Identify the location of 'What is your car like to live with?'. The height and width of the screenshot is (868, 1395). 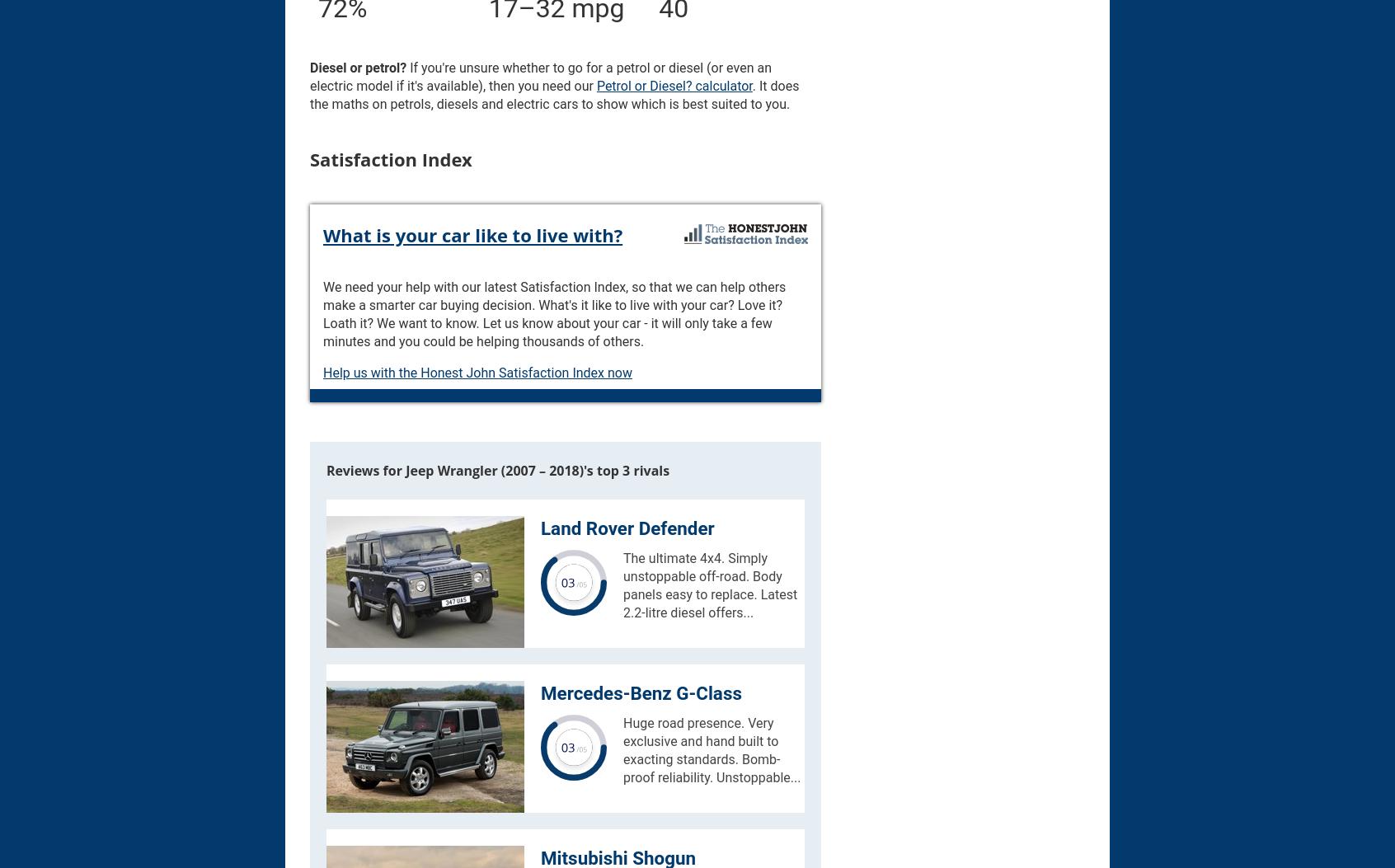
(323, 232).